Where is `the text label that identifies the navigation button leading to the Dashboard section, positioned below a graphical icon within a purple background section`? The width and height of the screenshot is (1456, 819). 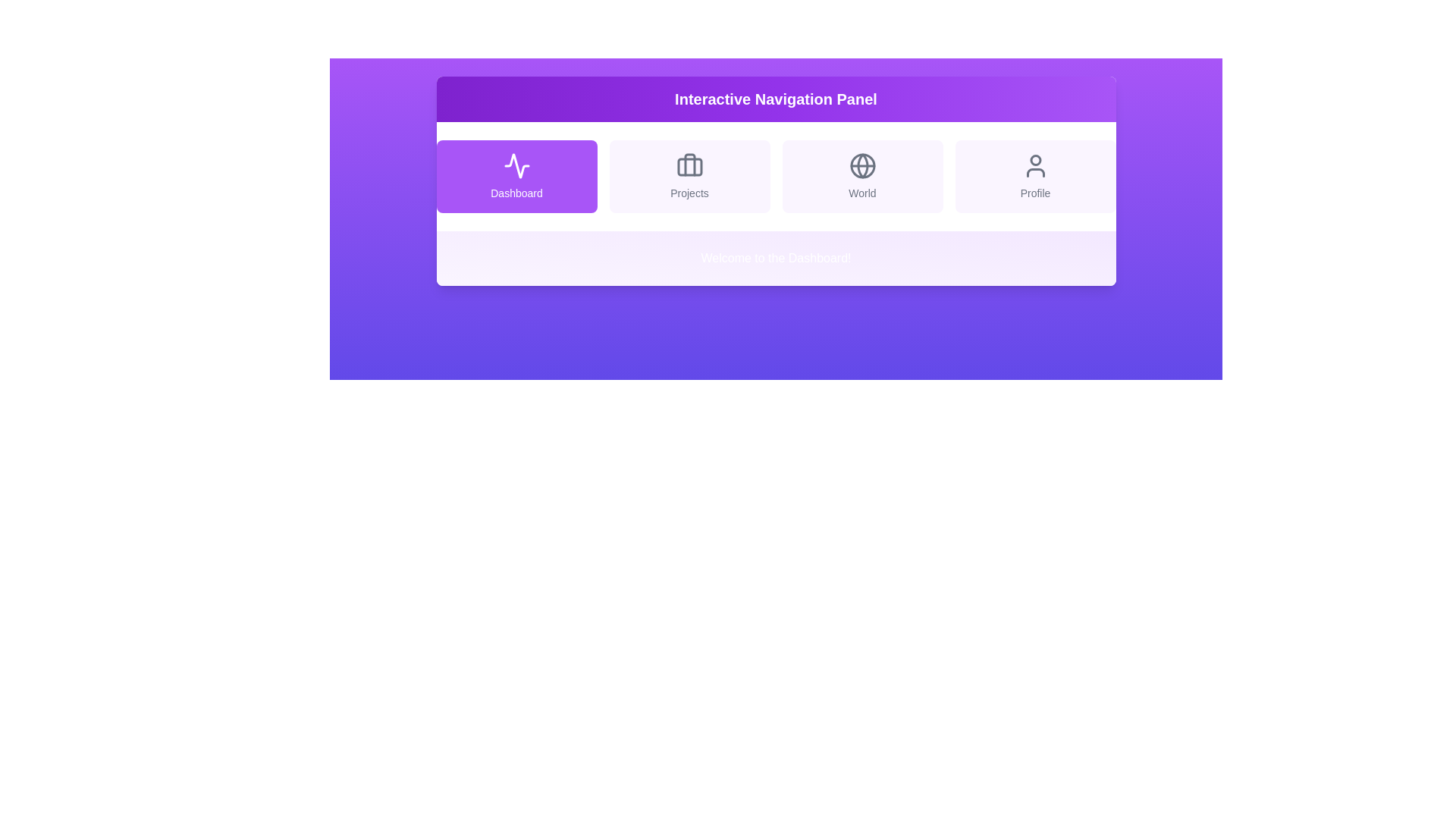
the text label that identifies the navigation button leading to the Dashboard section, positioned below a graphical icon within a purple background section is located at coordinates (516, 192).